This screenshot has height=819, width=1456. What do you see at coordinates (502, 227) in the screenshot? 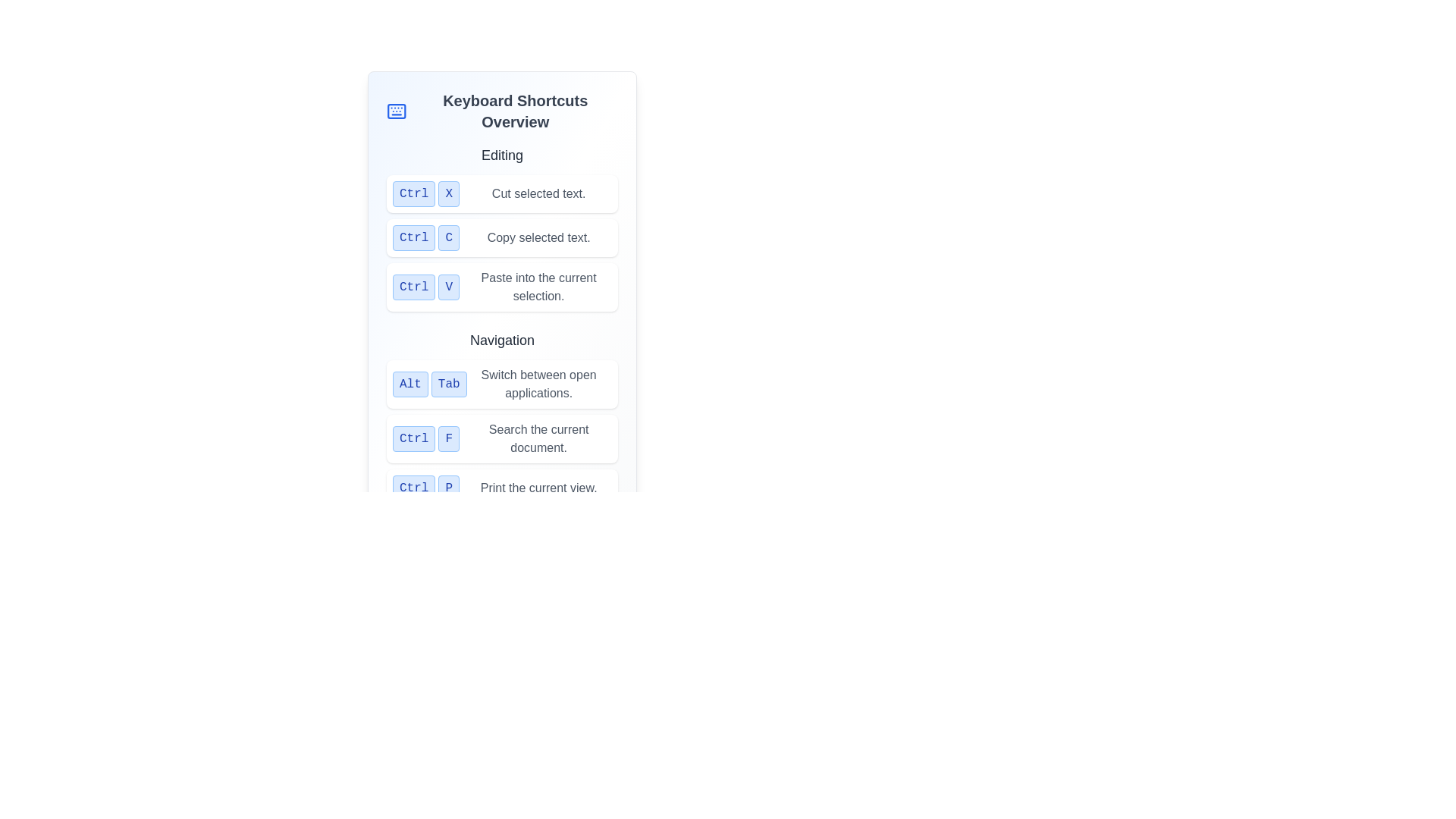
I see `the informational text section that describes the 'Copy' functionality and its keyboard shortcut, located under the 'Editing' section of the 'Keyboard Shortcuts Overview', positioned between 'Cut' and 'Paste'` at bounding box center [502, 227].